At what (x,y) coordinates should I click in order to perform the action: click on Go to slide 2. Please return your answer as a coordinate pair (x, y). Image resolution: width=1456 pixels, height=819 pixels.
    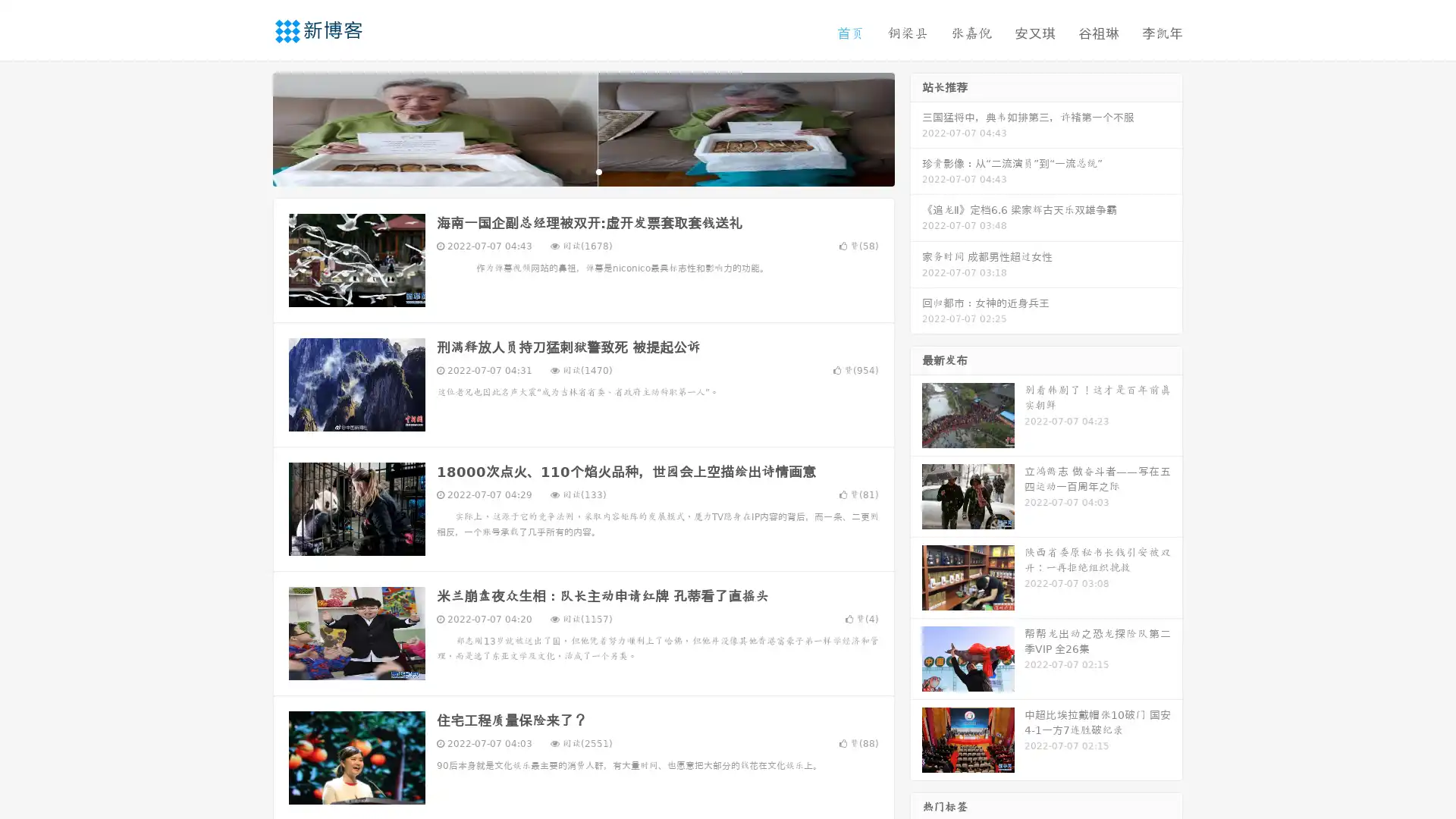
    Looking at the image, I should click on (582, 171).